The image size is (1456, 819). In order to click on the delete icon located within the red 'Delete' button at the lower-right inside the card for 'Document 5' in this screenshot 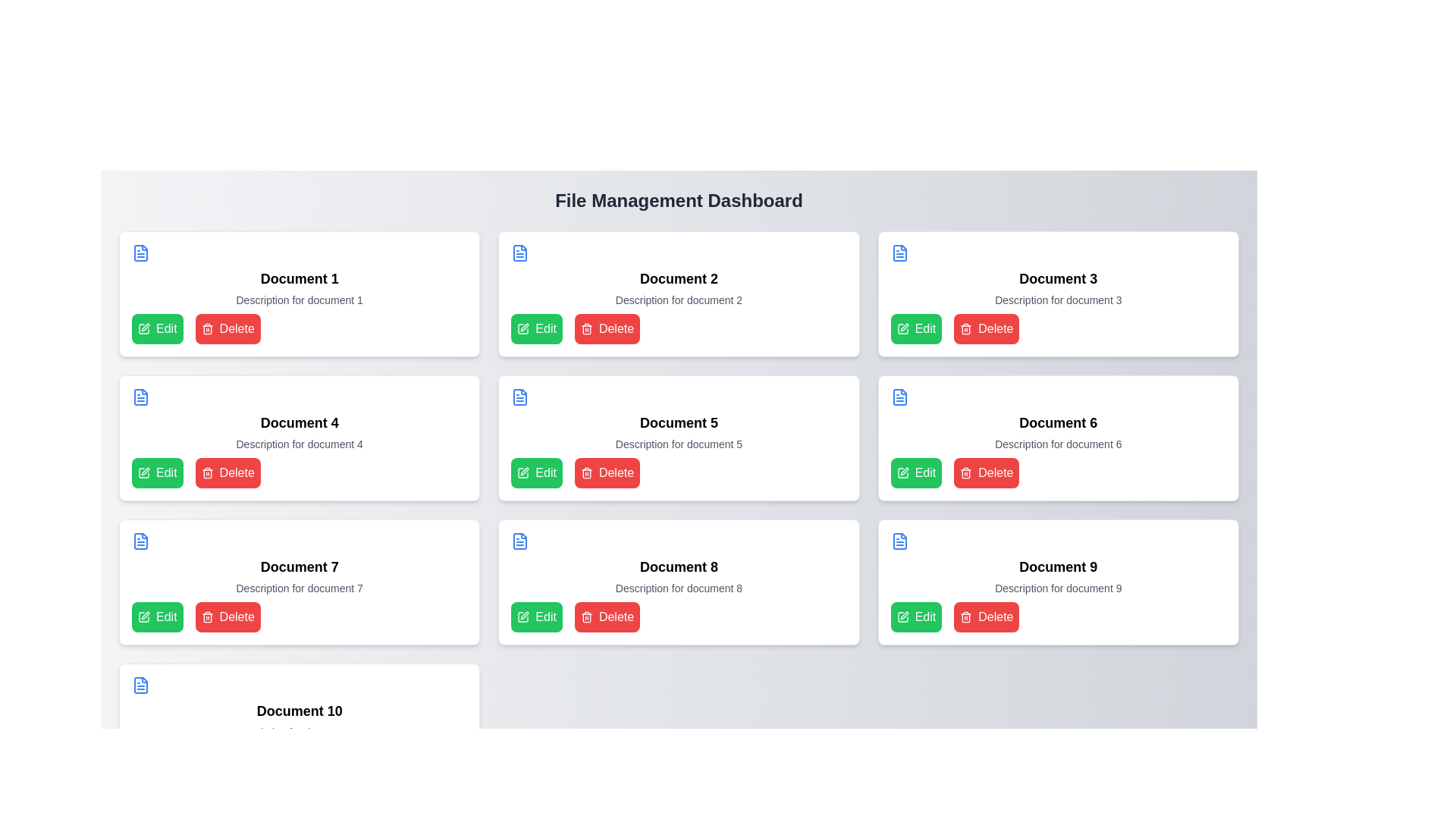, I will do `click(965, 472)`.